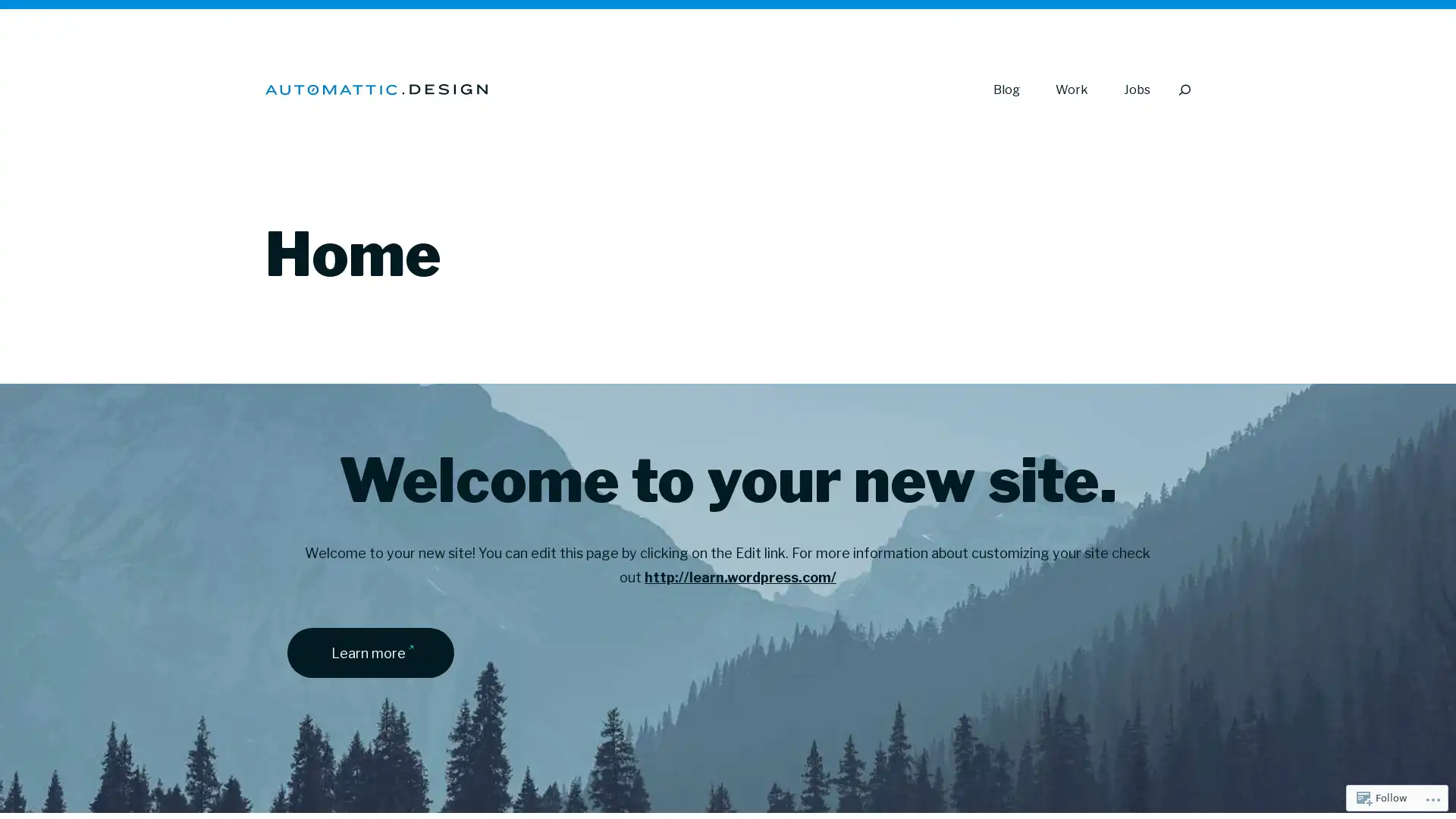  Describe the element at coordinates (1183, 89) in the screenshot. I see `Search` at that location.